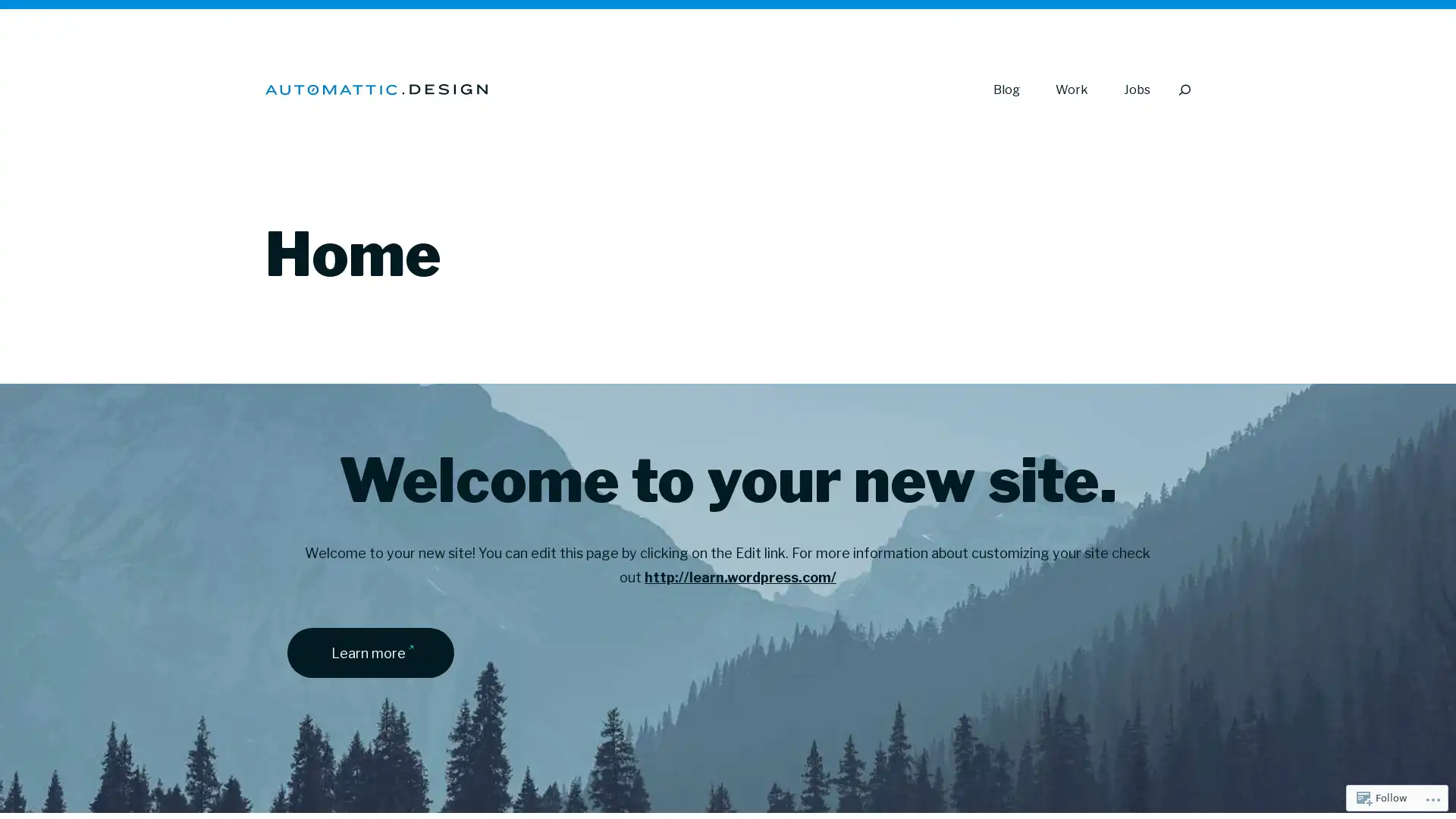  Describe the element at coordinates (1183, 89) in the screenshot. I see `Search` at that location.